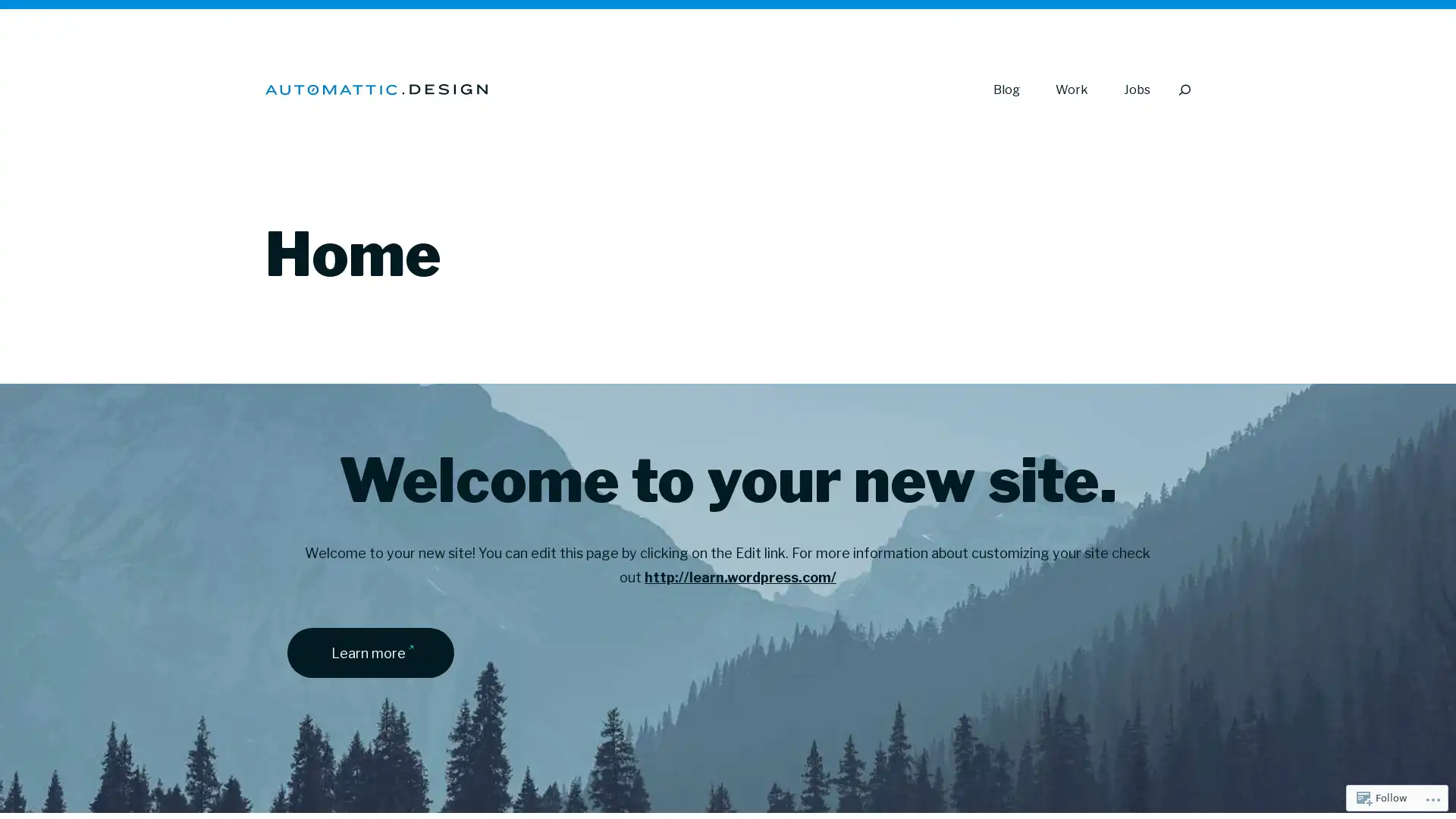  Describe the element at coordinates (1183, 89) in the screenshot. I see `Search` at that location.